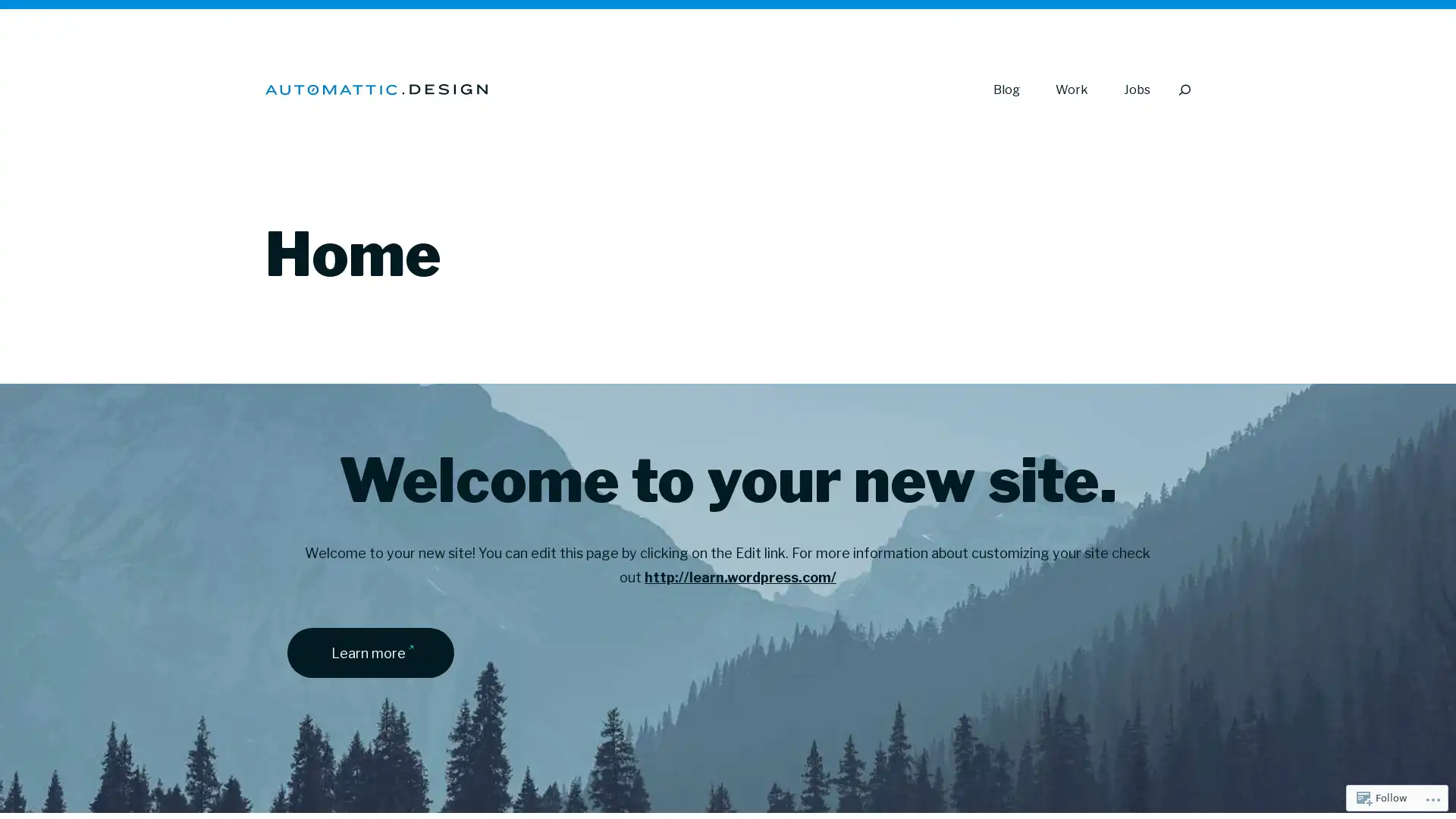  Describe the element at coordinates (1183, 89) in the screenshot. I see `Search` at that location.